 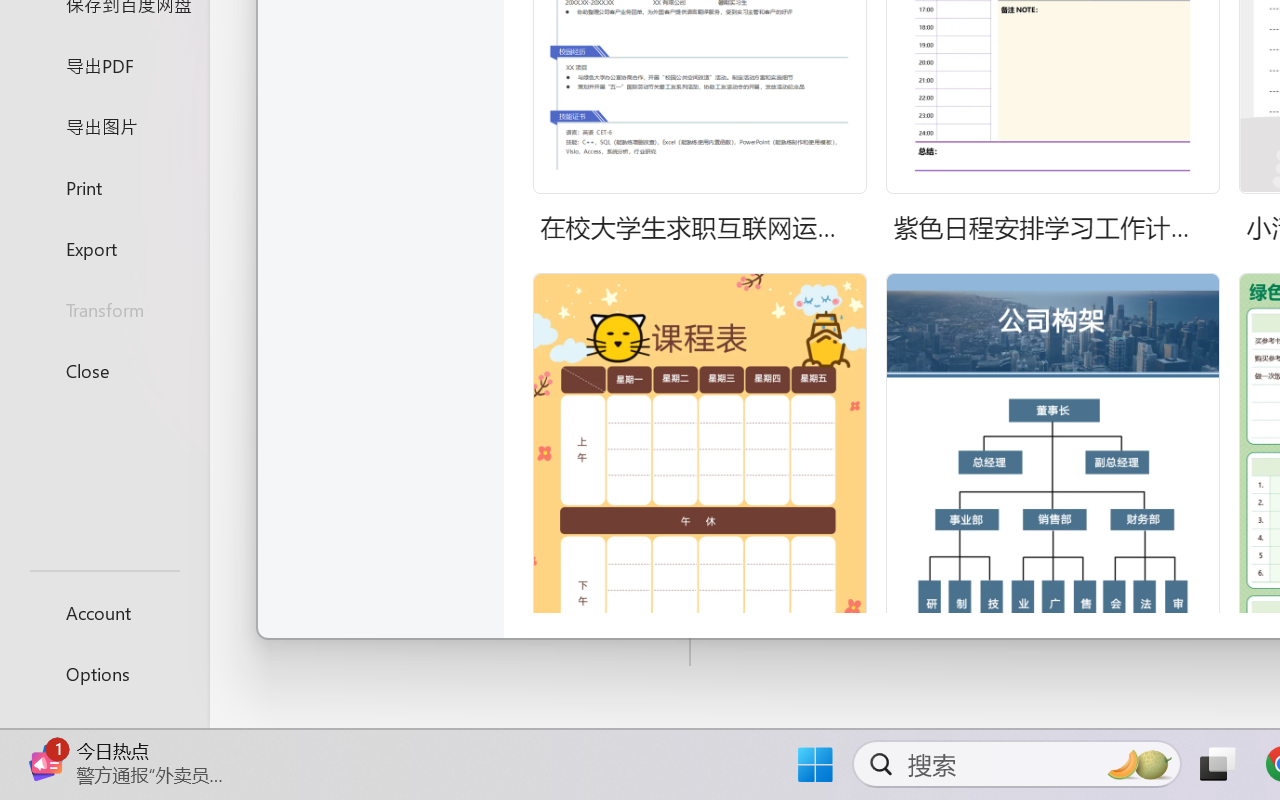 I want to click on 'Options', so click(x=103, y=673).